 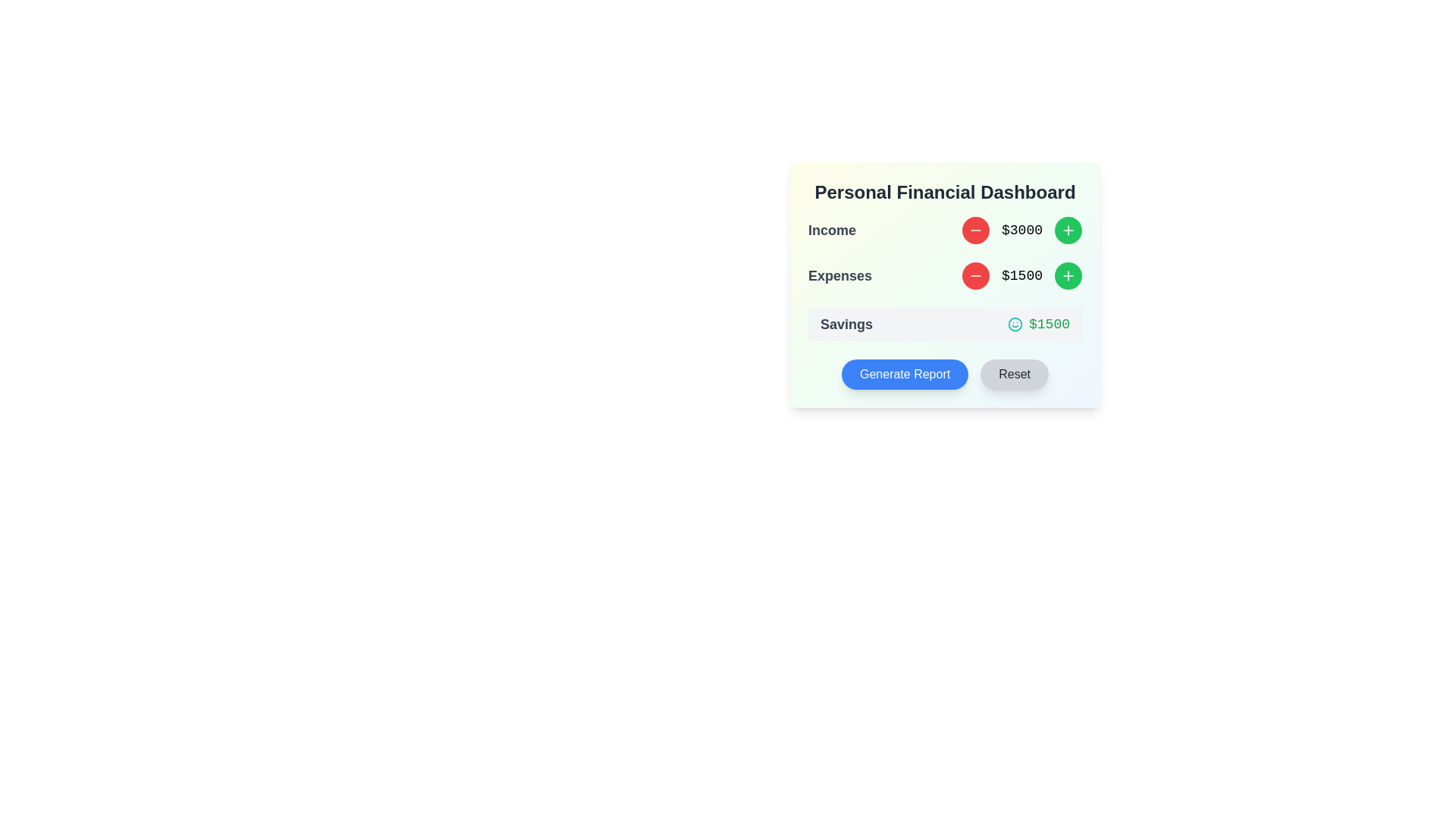 What do you see at coordinates (944, 324) in the screenshot?
I see `the informational display section that shows the total savings amount available to the user, located below the 'Income' and 'Expenses' sections on the financial summary dashboard` at bounding box center [944, 324].